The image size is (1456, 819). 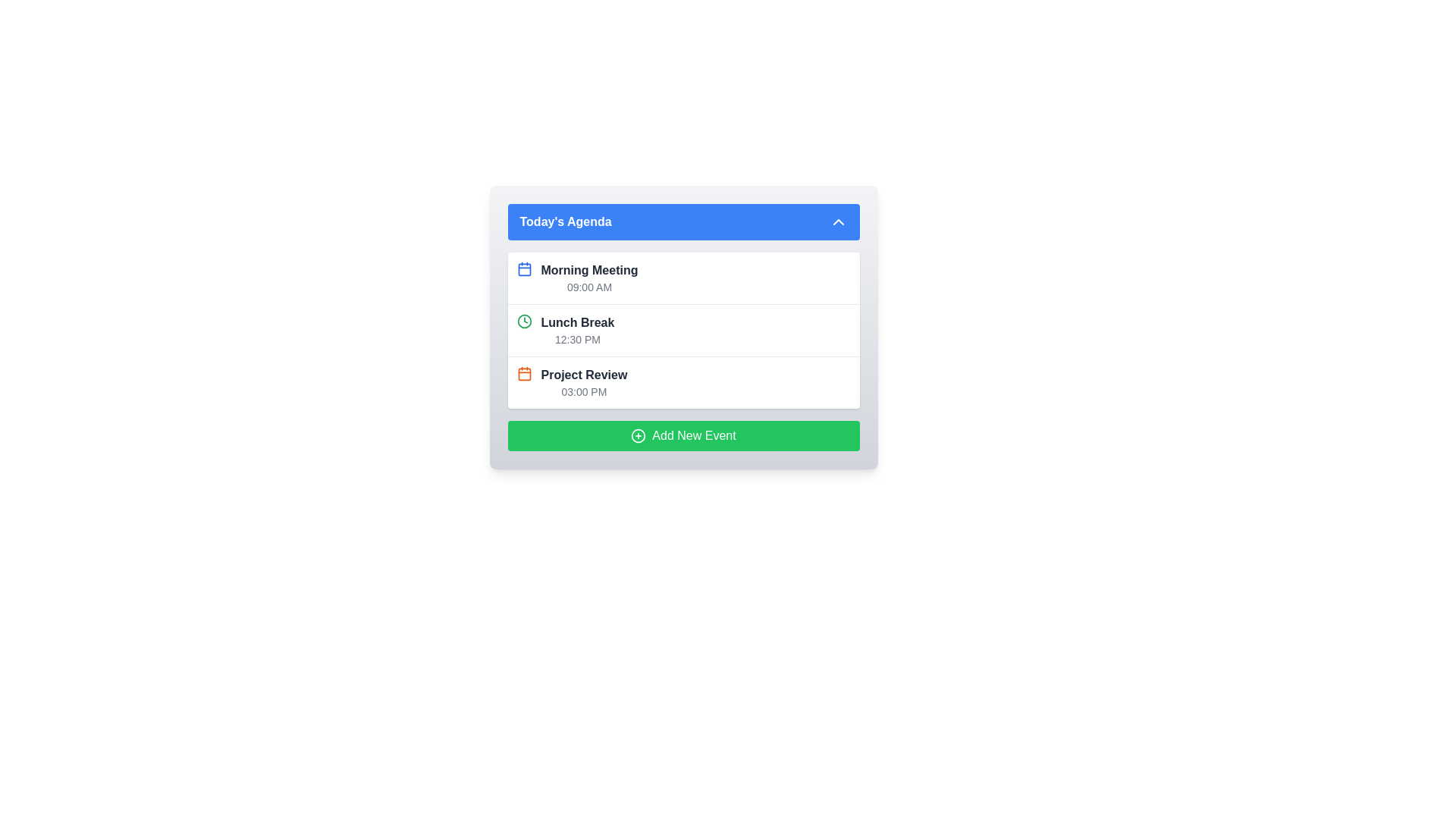 I want to click on the decorative rounded rectangular shape of the calendar icon that denotes an event-related item, which is positioned above the text 'Morning Meeting 09:00 AM', so click(x=524, y=268).